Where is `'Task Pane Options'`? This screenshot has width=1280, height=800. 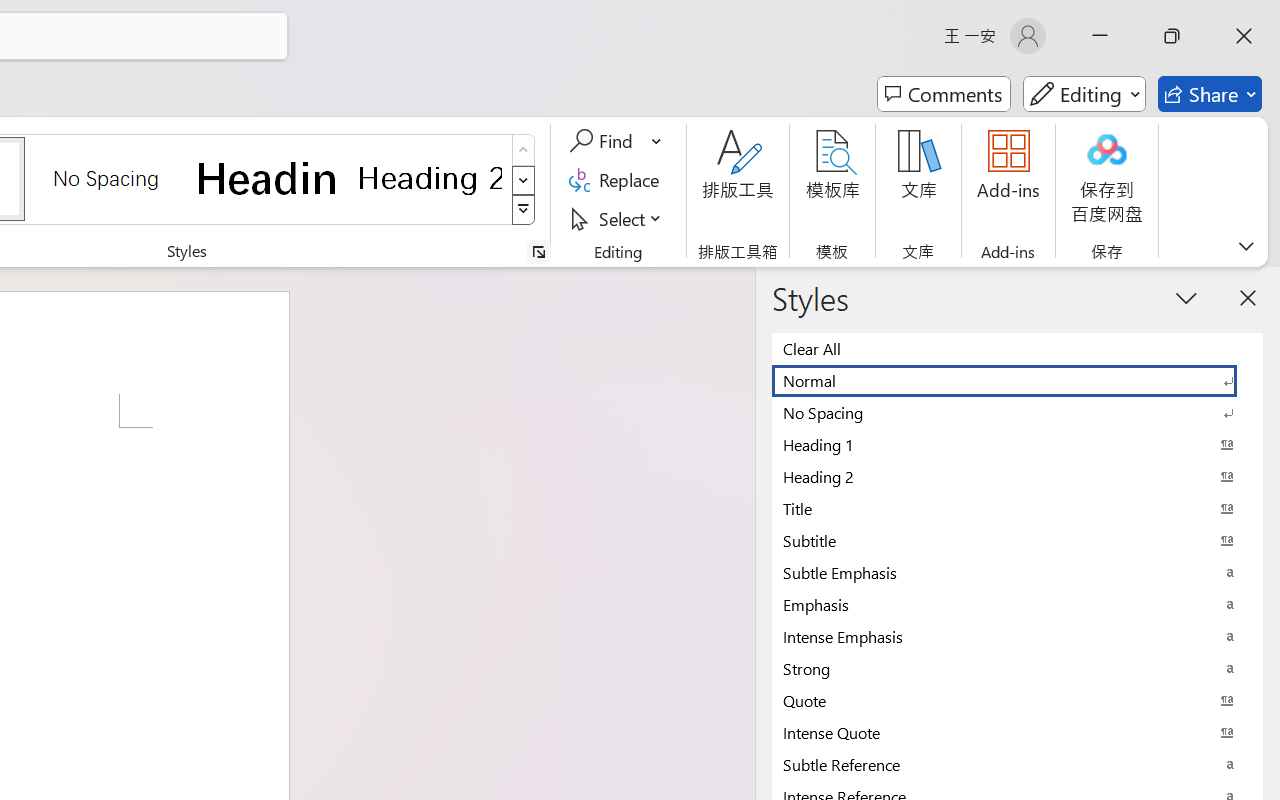 'Task Pane Options' is located at coordinates (1187, 297).